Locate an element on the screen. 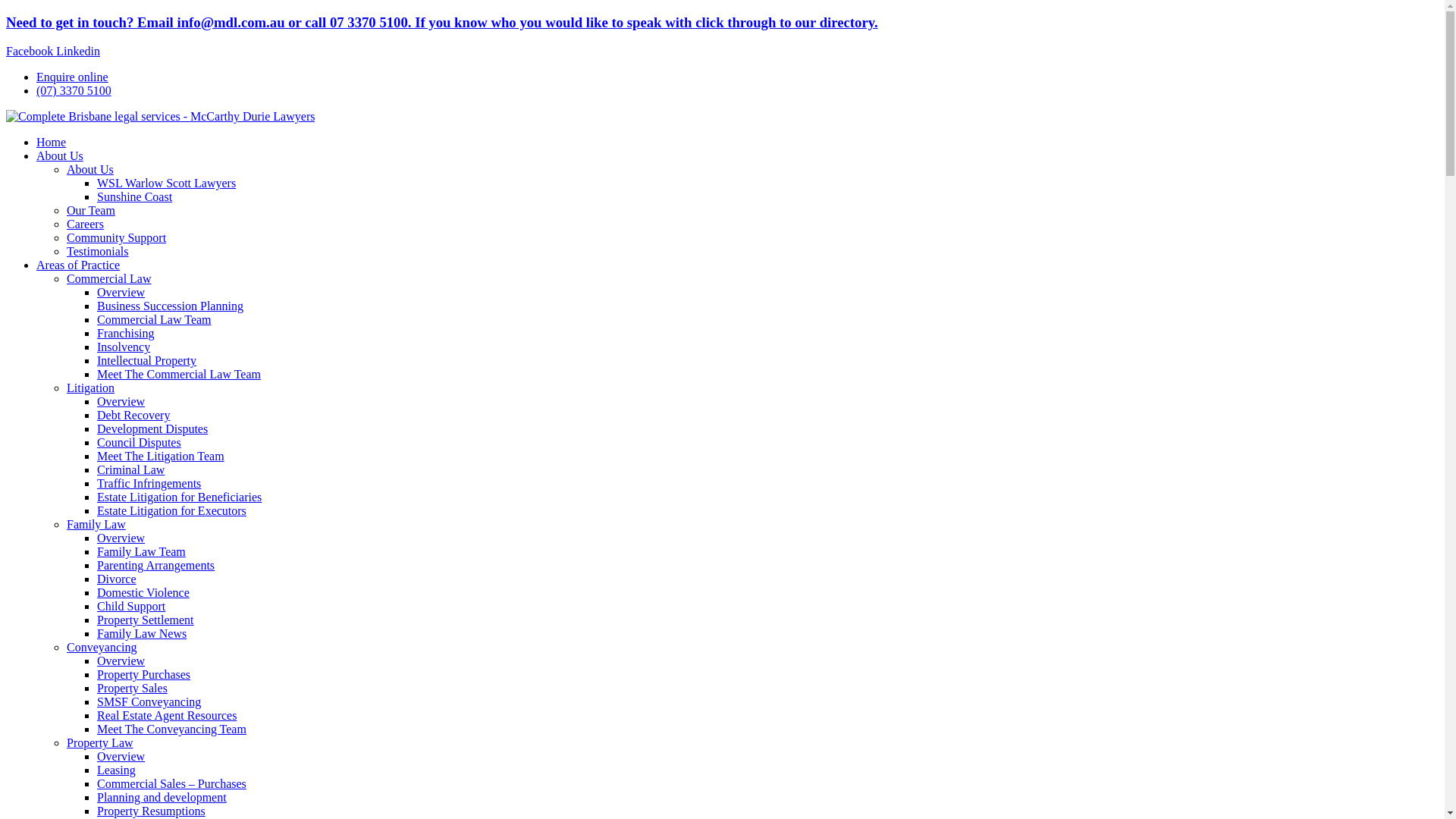 This screenshot has width=1456, height=819. 'Litigation' is located at coordinates (89, 387).